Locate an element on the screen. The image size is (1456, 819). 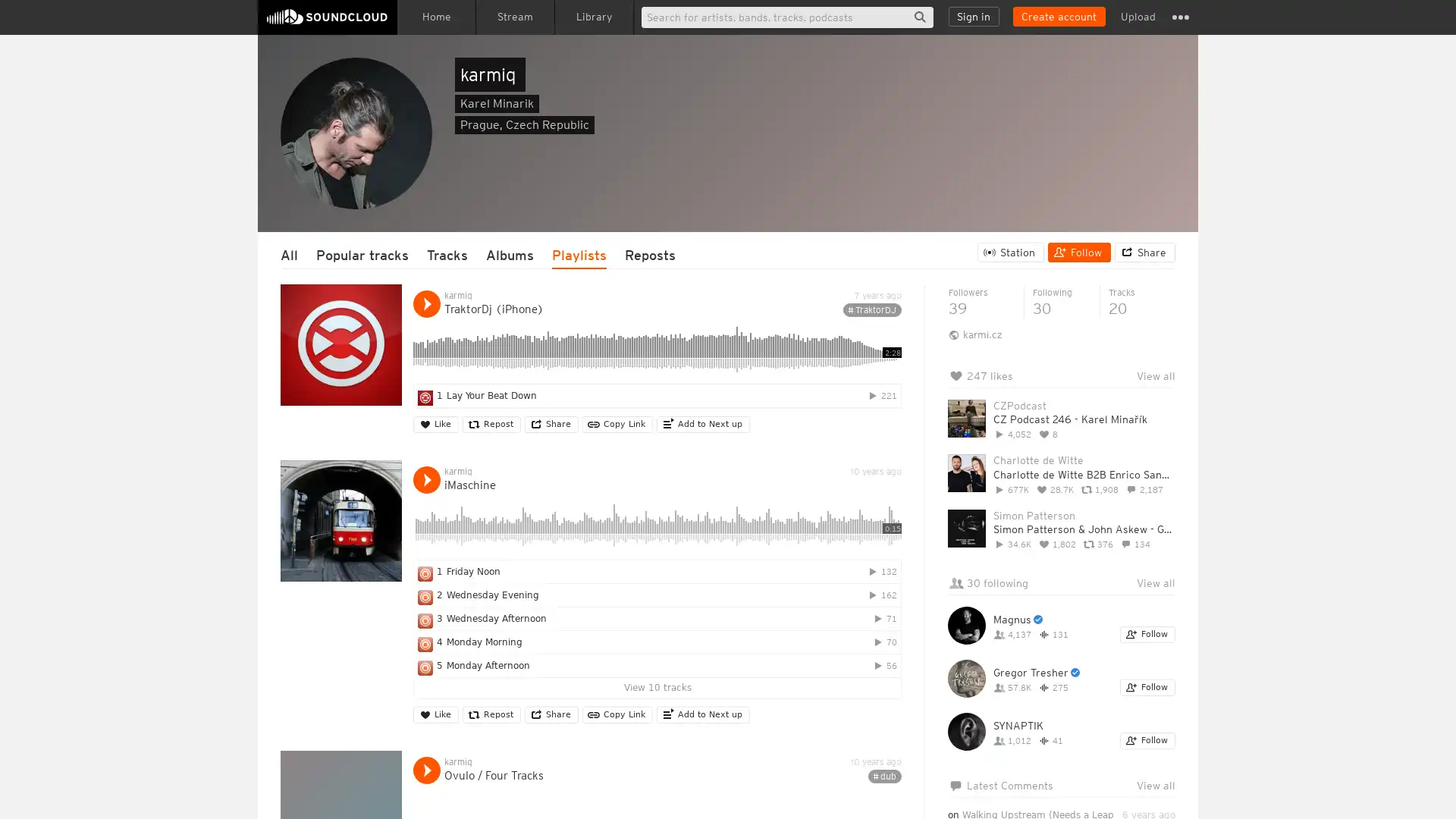
Play is located at coordinates (425, 479).